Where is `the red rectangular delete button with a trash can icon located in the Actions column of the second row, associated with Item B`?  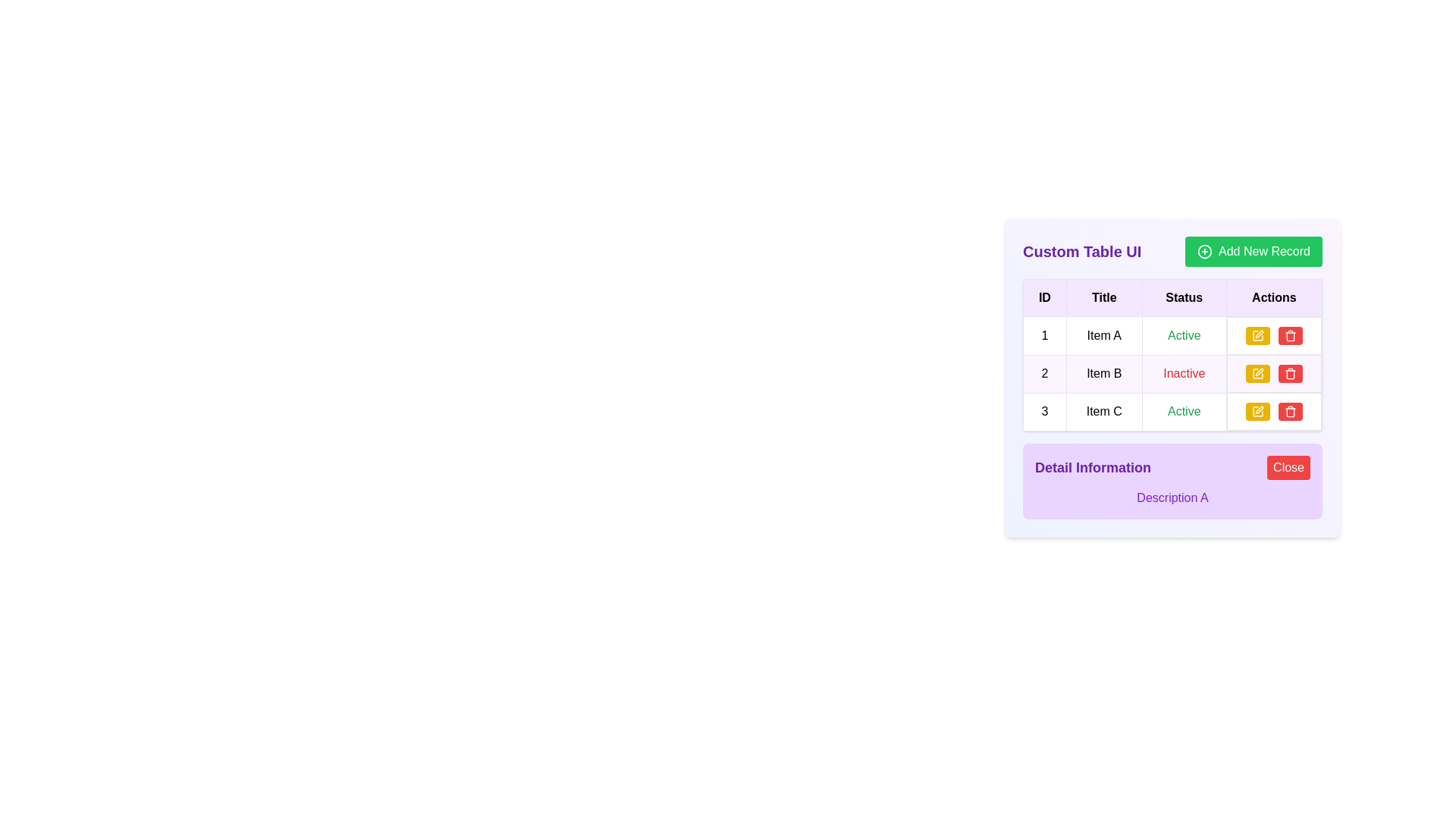 the red rectangular delete button with a trash can icon located in the Actions column of the second row, associated with Item B is located at coordinates (1290, 374).